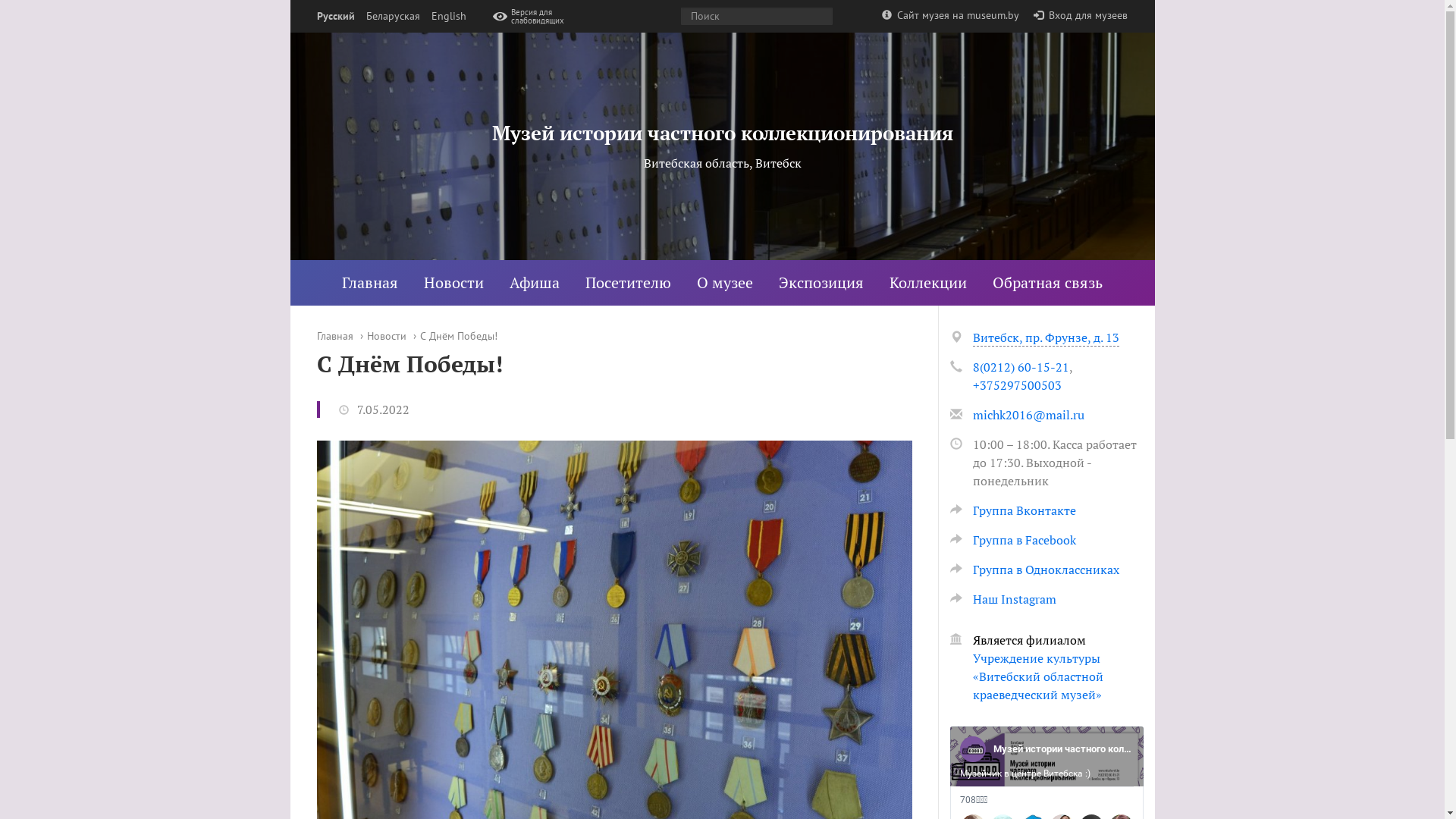  What do you see at coordinates (1020, 366) in the screenshot?
I see `'8(0212) 60-15-21'` at bounding box center [1020, 366].